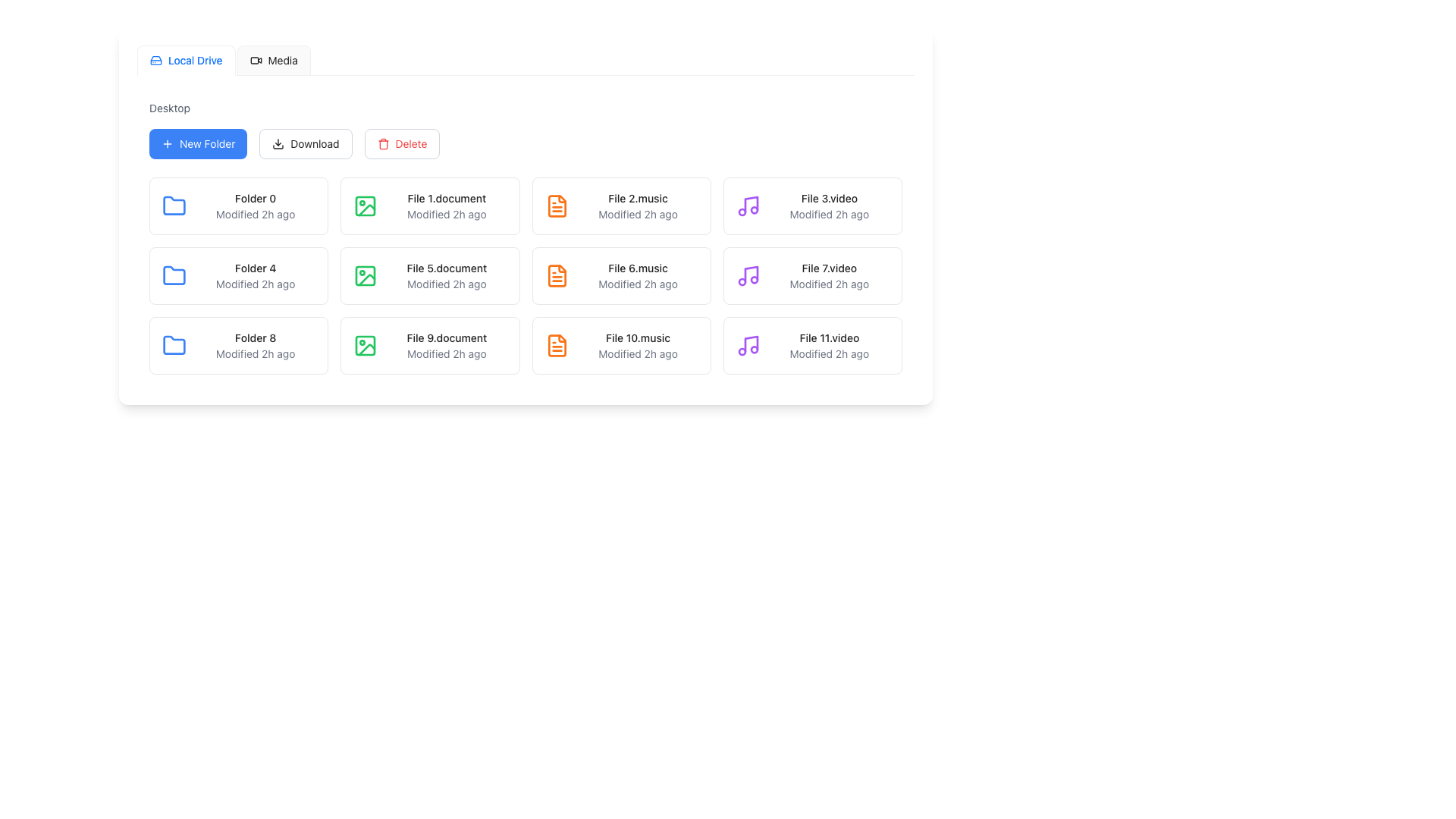  Describe the element at coordinates (828, 345) in the screenshot. I see `the non-interactive text label that displays a file's name and modification timestamp, located in the last row and third column of the grid structure, adjacent to 'File 10.music'` at that location.